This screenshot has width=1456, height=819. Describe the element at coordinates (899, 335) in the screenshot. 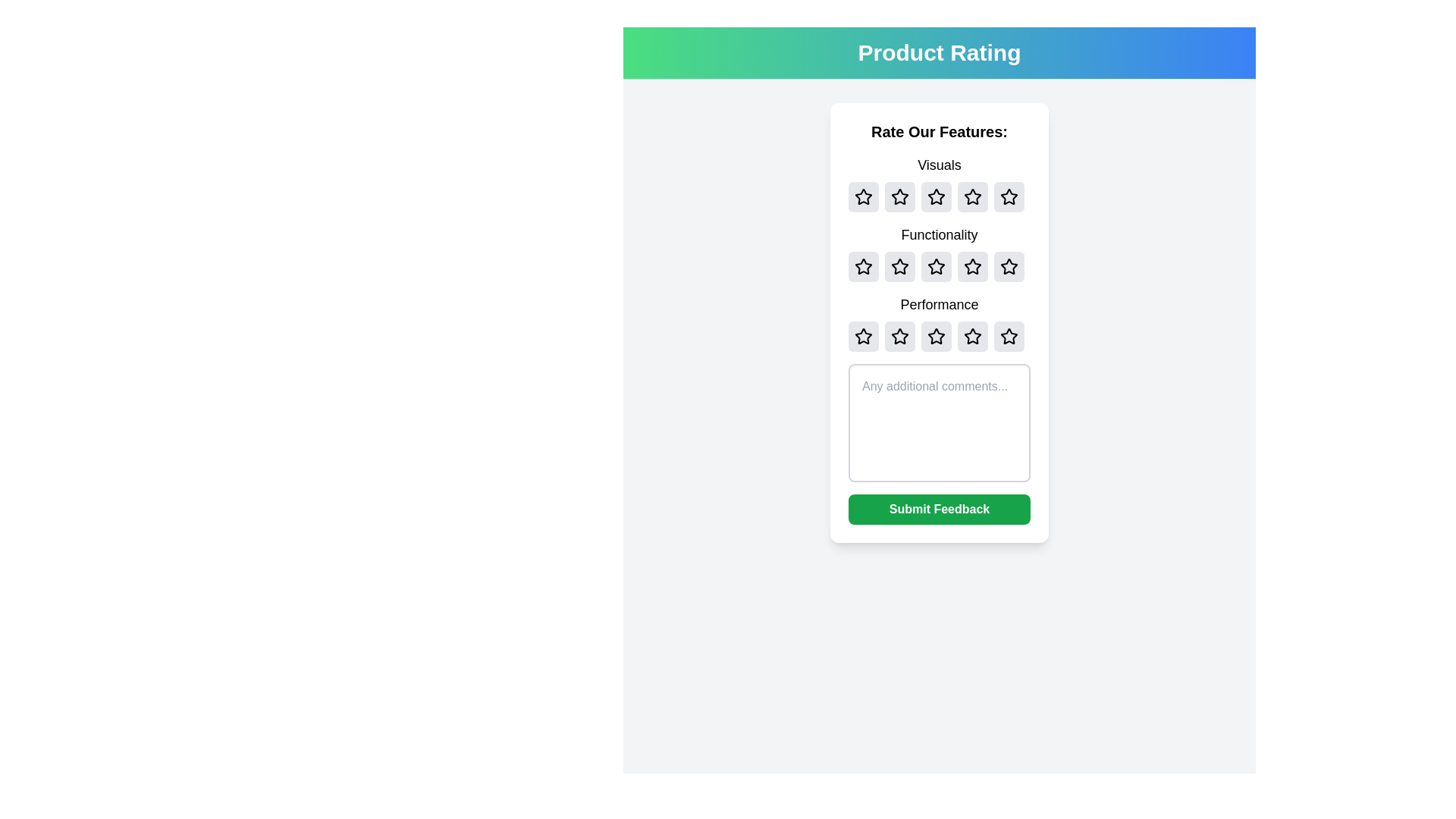

I see `the third clickable star icon in the performance rating row` at that location.